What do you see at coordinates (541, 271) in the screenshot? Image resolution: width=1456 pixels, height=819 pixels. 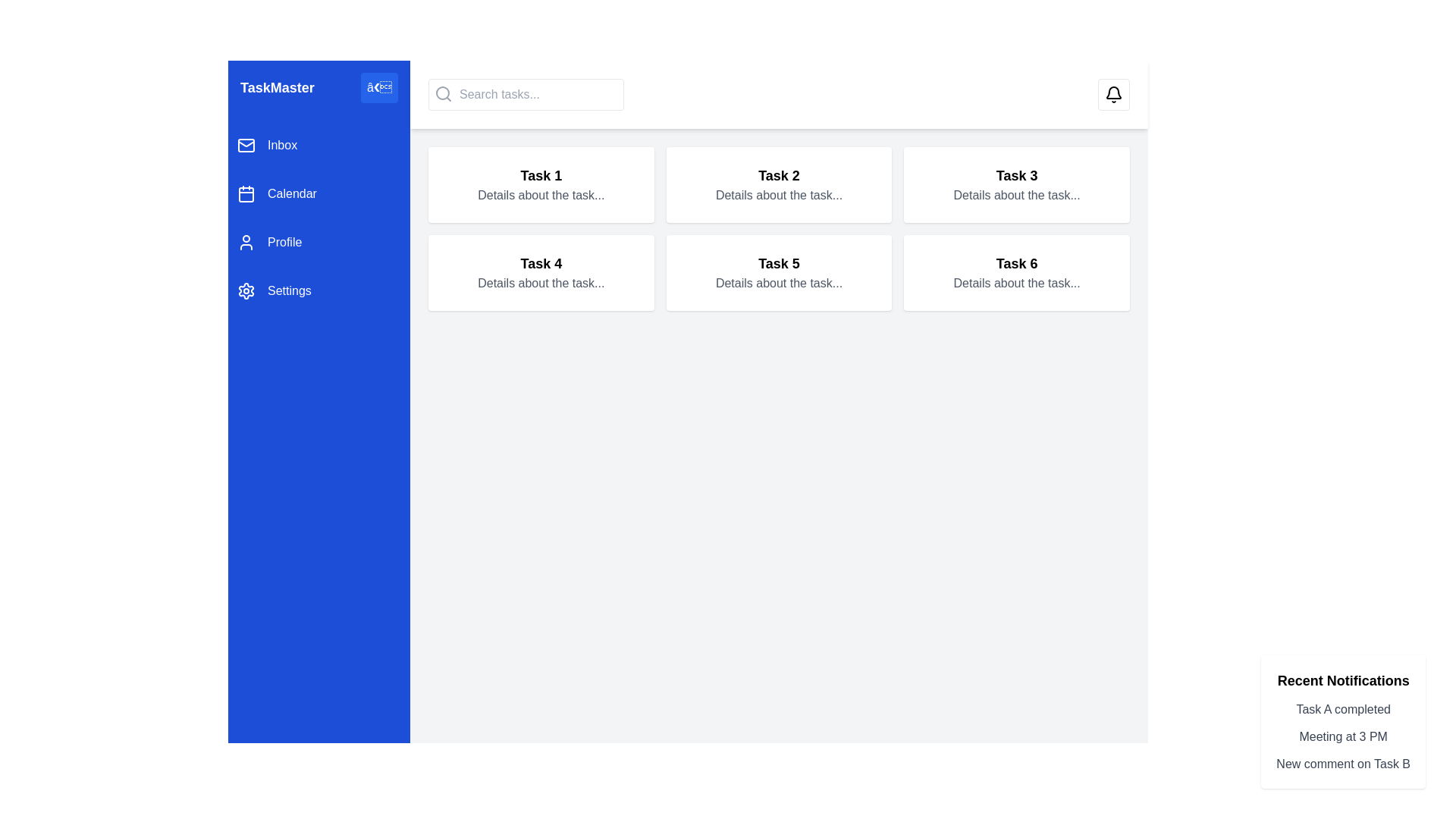 I see `the fourth rectangular card with a white background that contains the text 'Task 4' and 'Details about the task...' located in the second row, first column of the grid` at bounding box center [541, 271].